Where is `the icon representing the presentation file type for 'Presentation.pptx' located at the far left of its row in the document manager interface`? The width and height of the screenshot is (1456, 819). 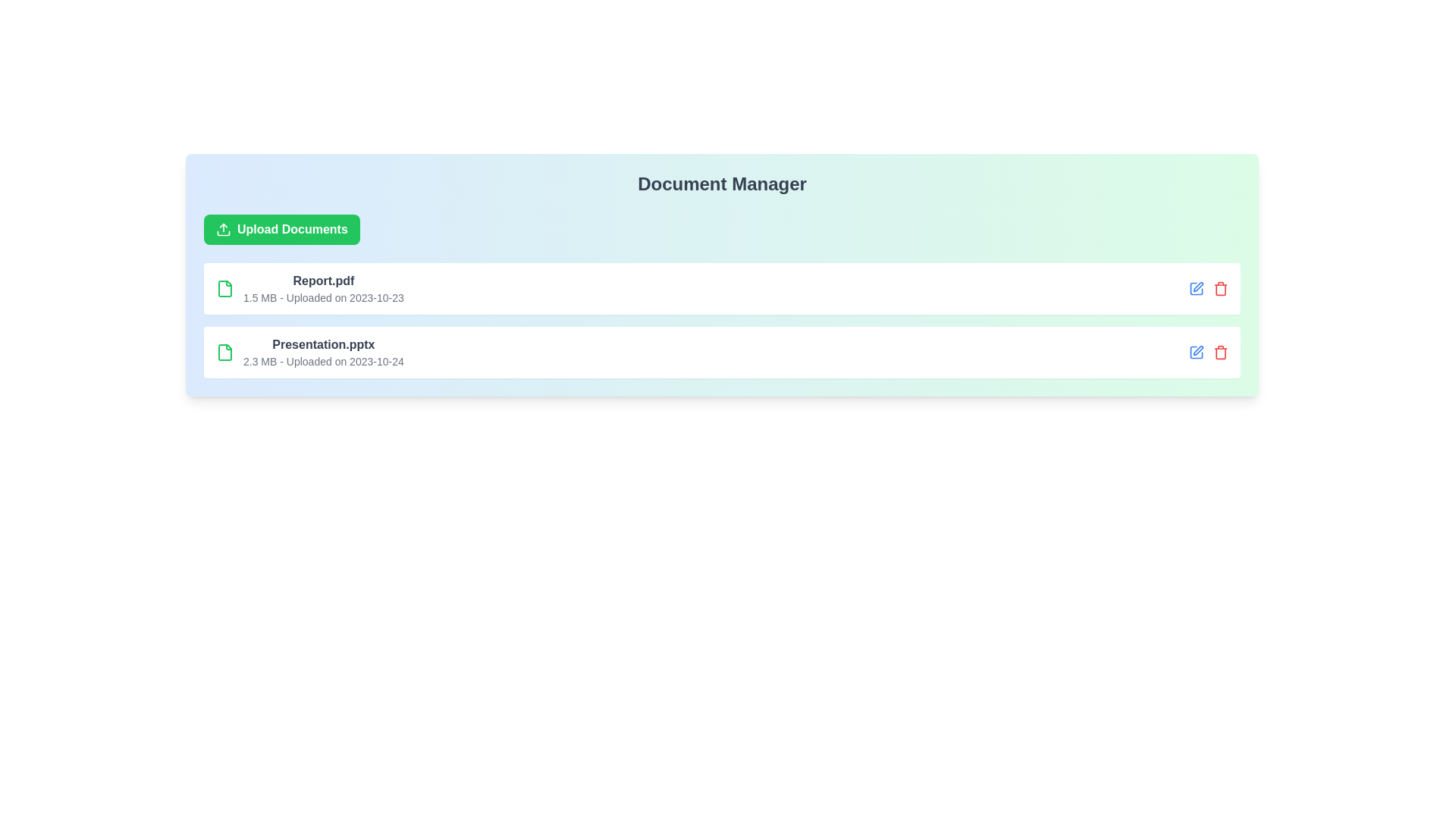
the icon representing the presentation file type for 'Presentation.pptx' located at the far left of its row in the document manager interface is located at coordinates (224, 353).